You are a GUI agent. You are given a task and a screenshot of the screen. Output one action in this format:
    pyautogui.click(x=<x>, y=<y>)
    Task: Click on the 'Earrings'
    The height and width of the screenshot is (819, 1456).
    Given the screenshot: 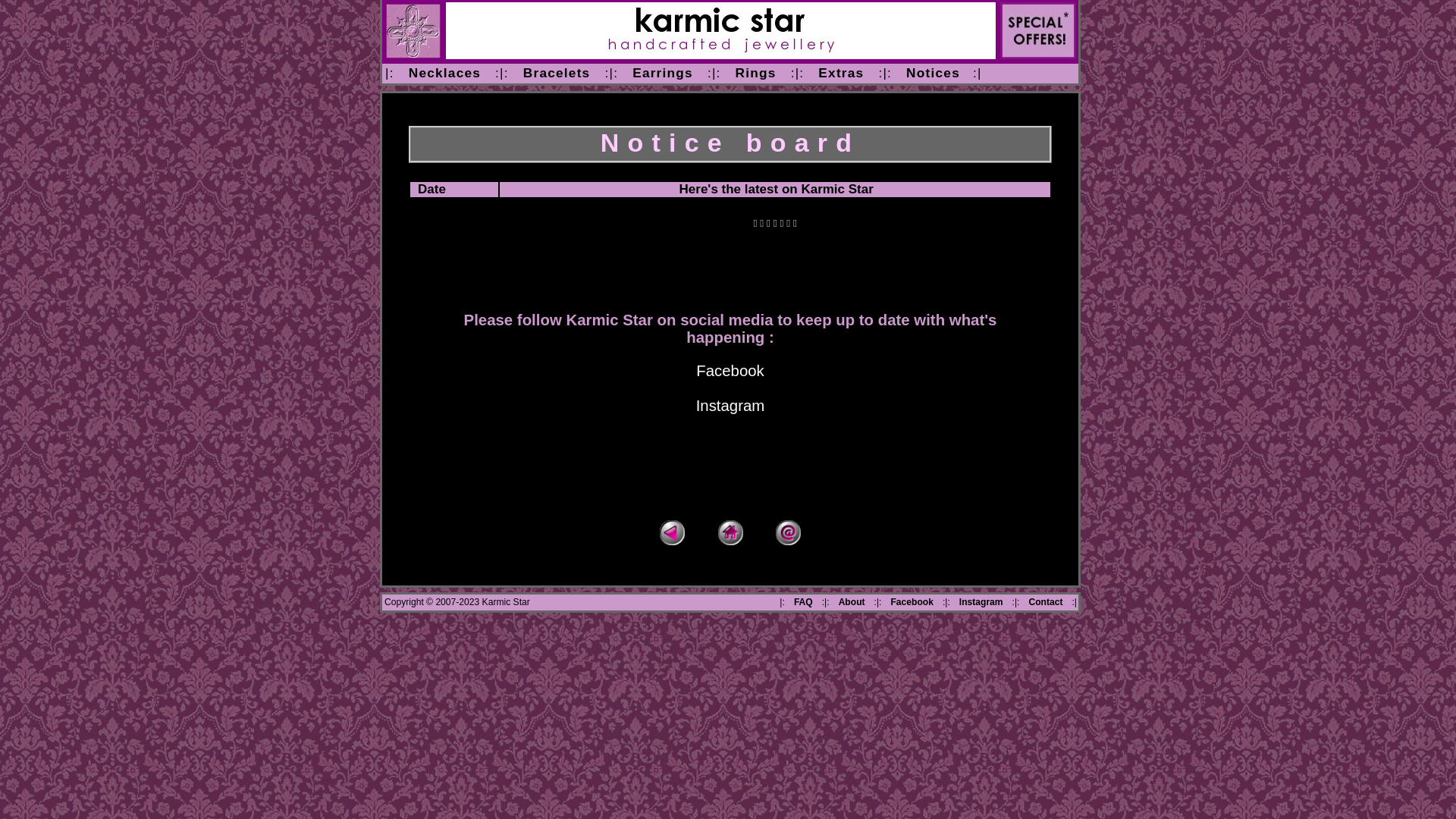 What is the action you would take?
    pyautogui.click(x=662, y=73)
    